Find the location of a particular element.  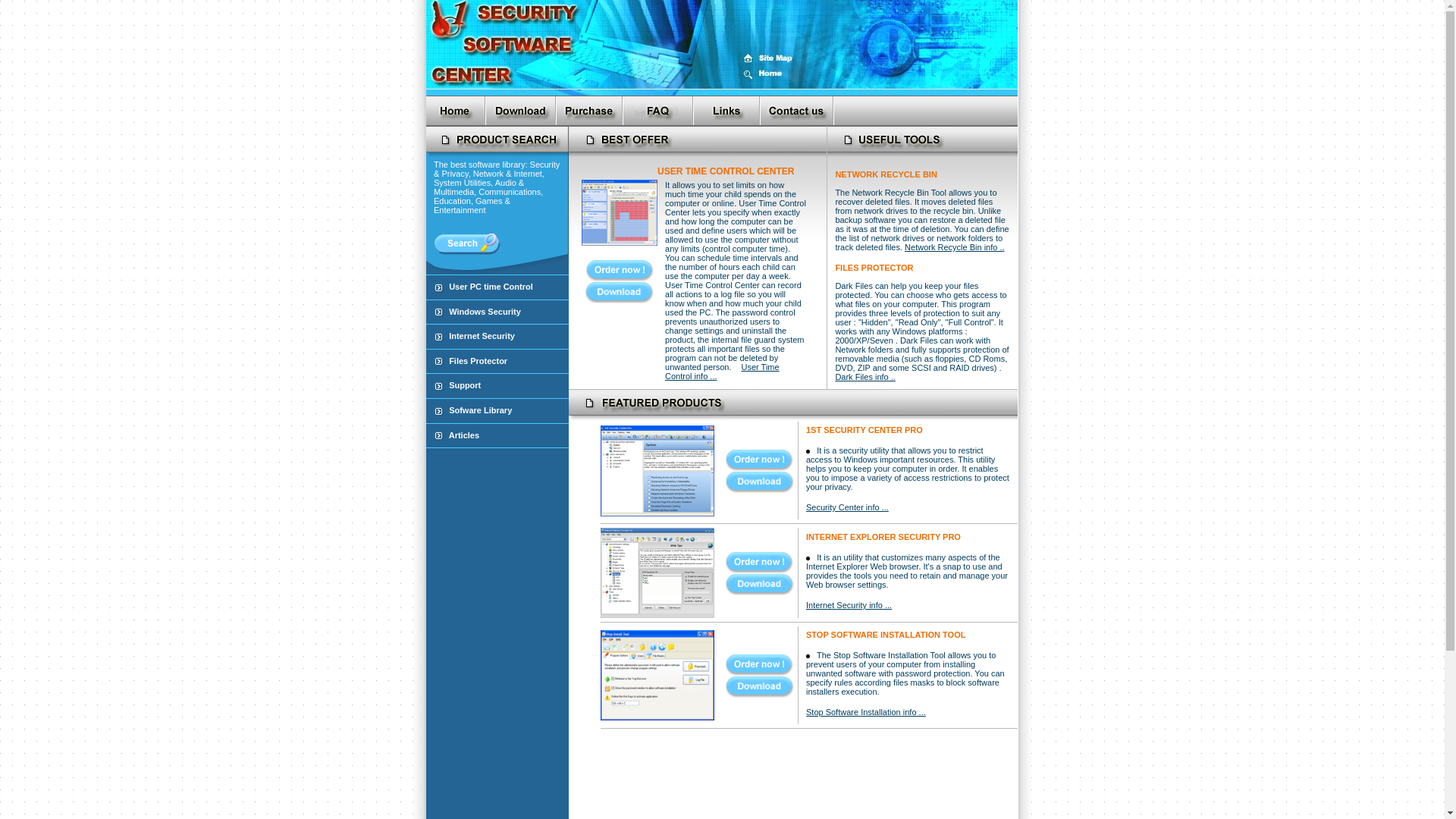

'search software' is located at coordinates (466, 243).